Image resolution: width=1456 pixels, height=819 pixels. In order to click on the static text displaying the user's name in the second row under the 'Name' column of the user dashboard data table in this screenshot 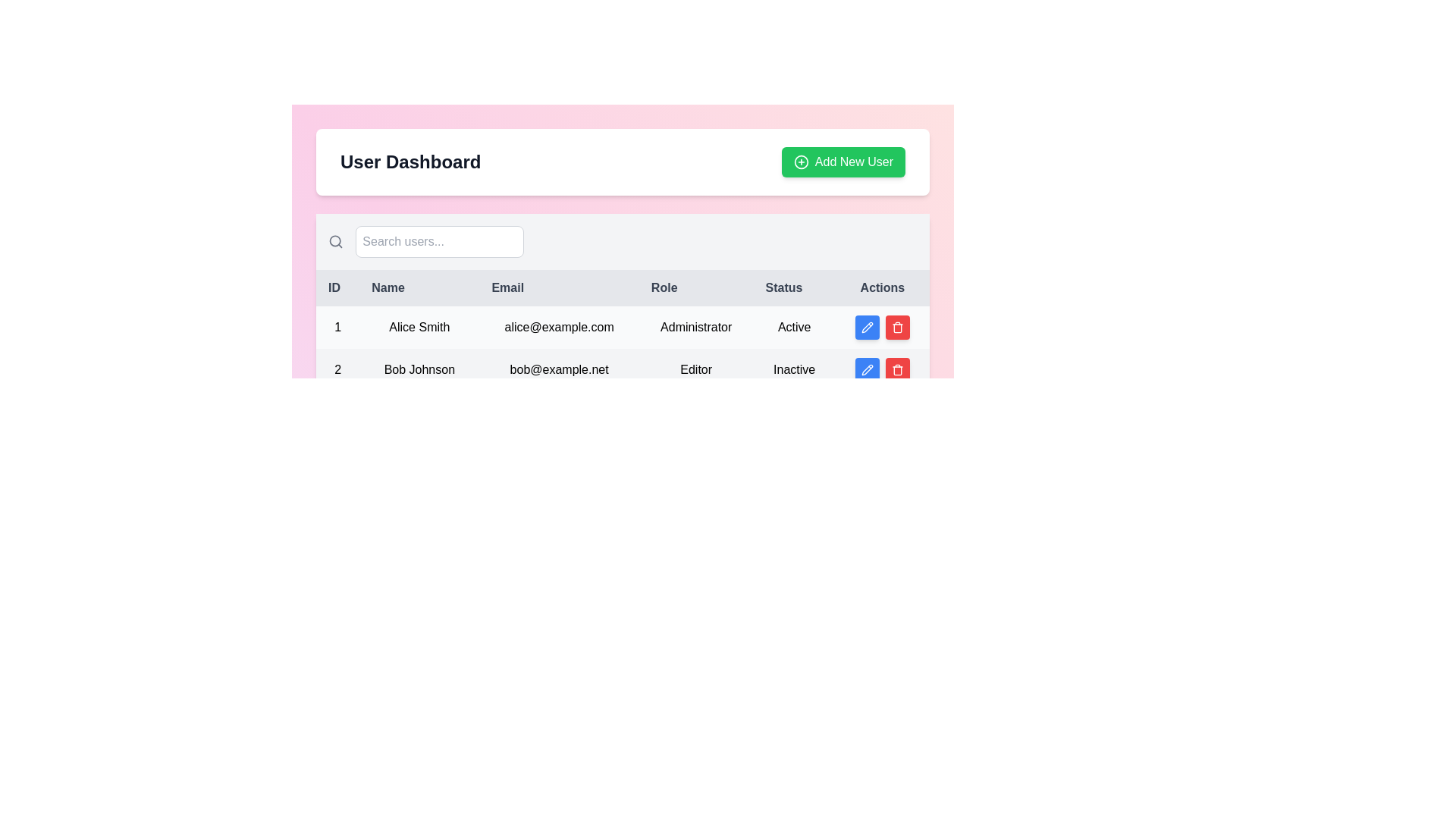, I will do `click(419, 370)`.